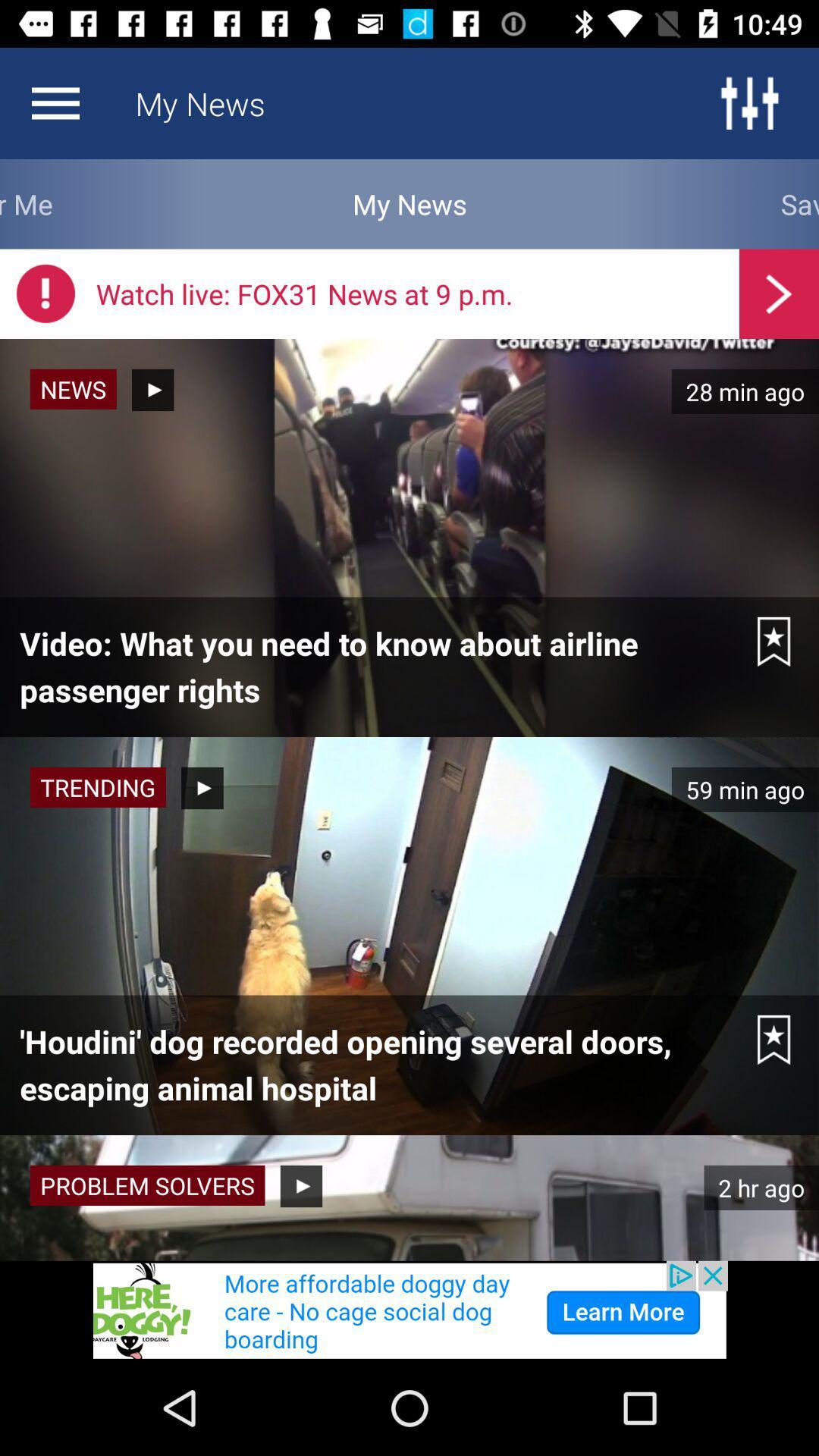  I want to click on menu button, so click(55, 102).